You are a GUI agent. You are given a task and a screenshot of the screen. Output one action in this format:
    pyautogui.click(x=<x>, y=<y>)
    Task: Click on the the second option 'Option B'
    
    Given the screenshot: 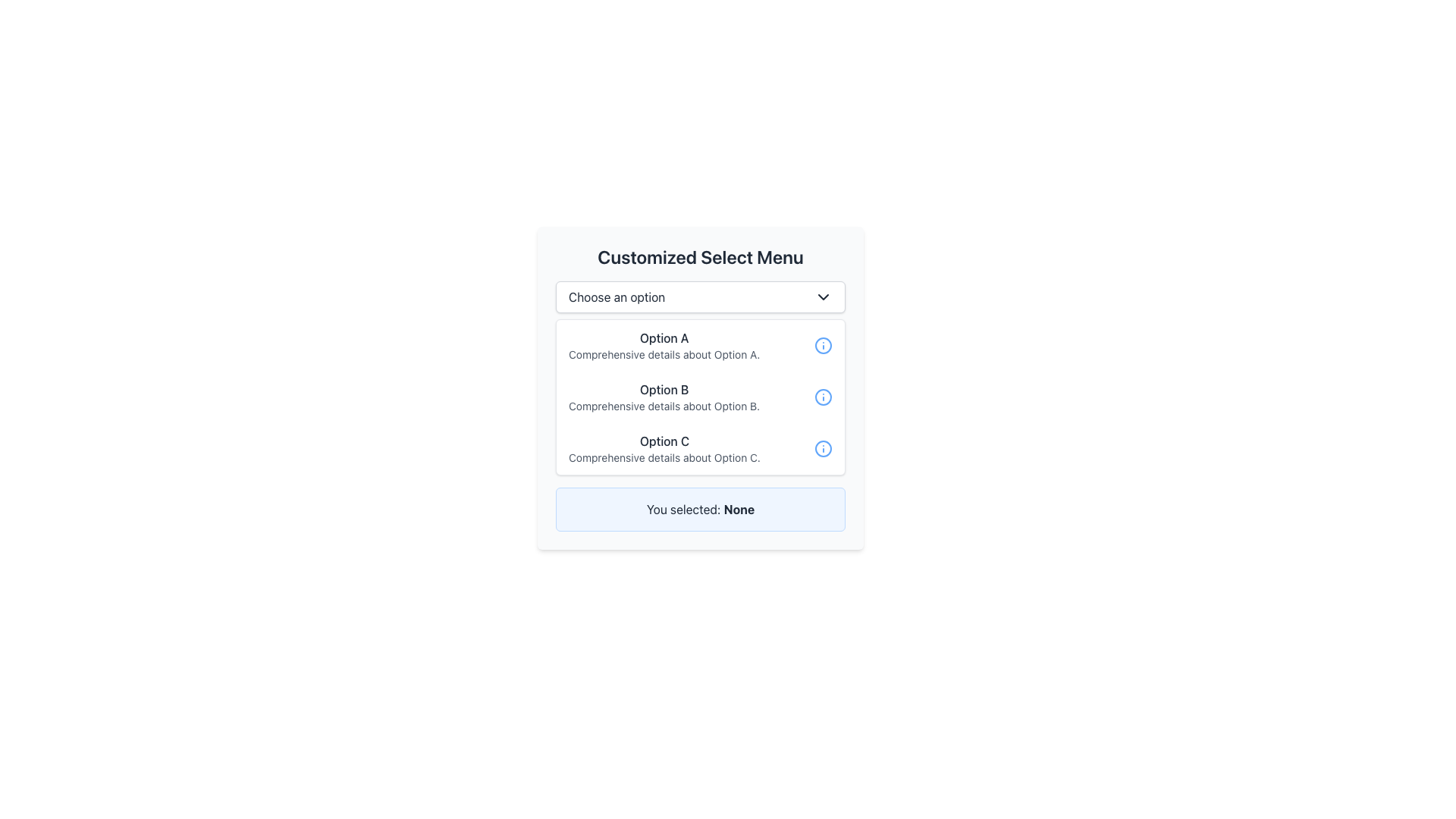 What is the action you would take?
    pyautogui.click(x=700, y=397)
    